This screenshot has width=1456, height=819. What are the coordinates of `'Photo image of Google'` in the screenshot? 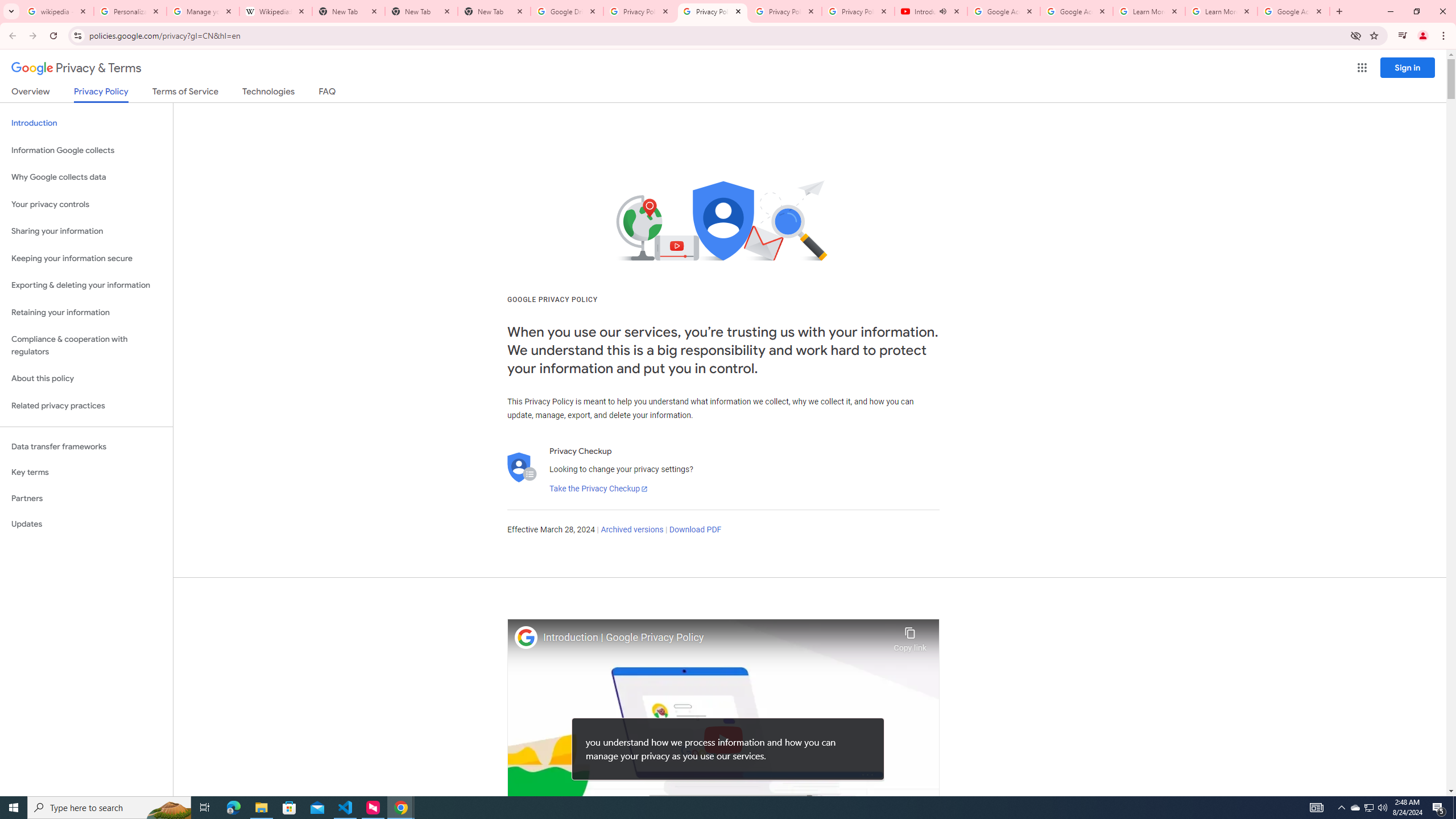 It's located at (526, 636).